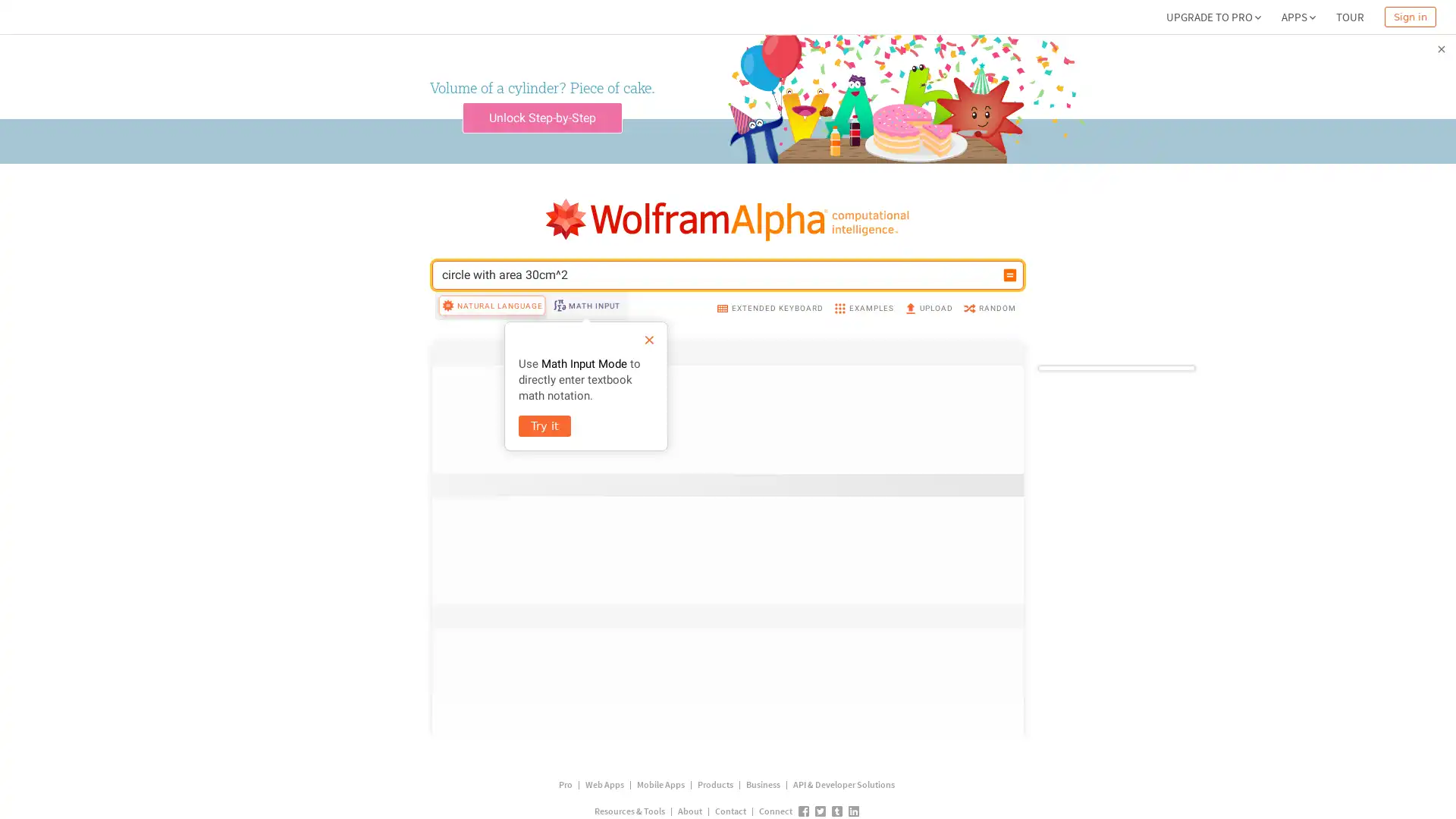 This screenshot has width=1456, height=819. Describe the element at coordinates (927, 307) in the screenshot. I see `UPLOAD` at that location.